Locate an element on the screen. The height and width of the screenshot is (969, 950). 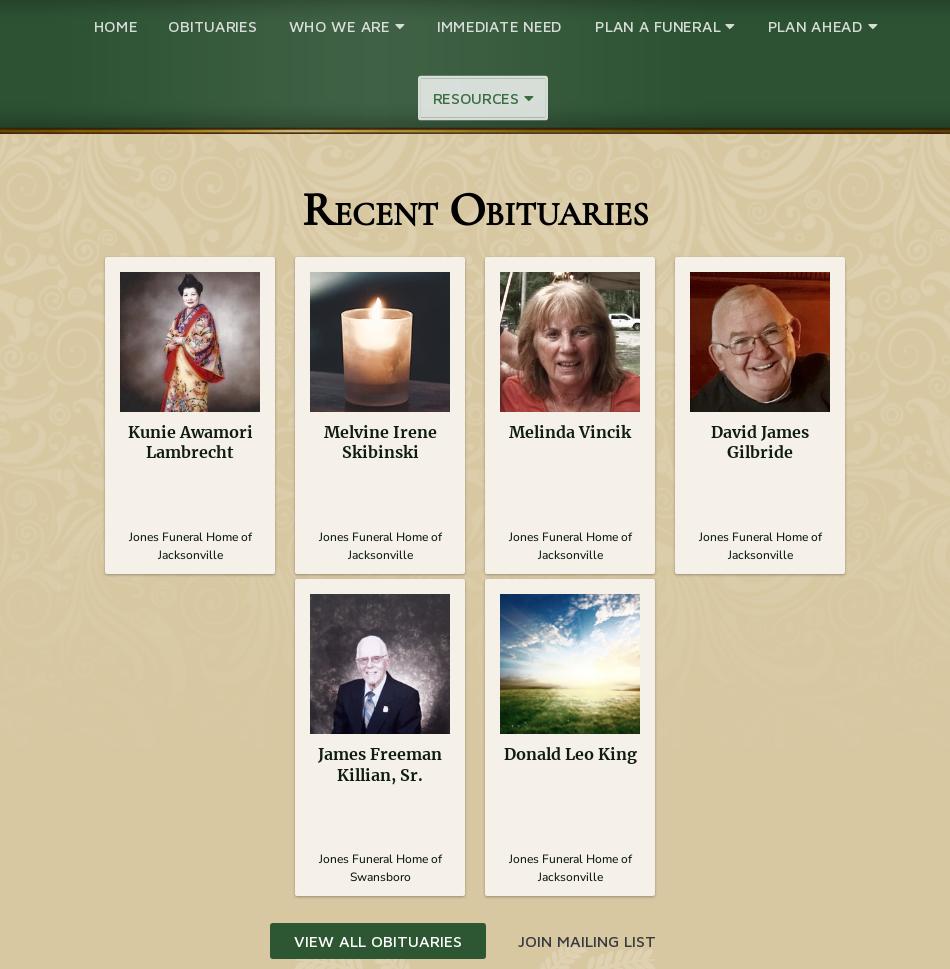
'Jones Funeral Home of Swansboro' is located at coordinates (378, 865).